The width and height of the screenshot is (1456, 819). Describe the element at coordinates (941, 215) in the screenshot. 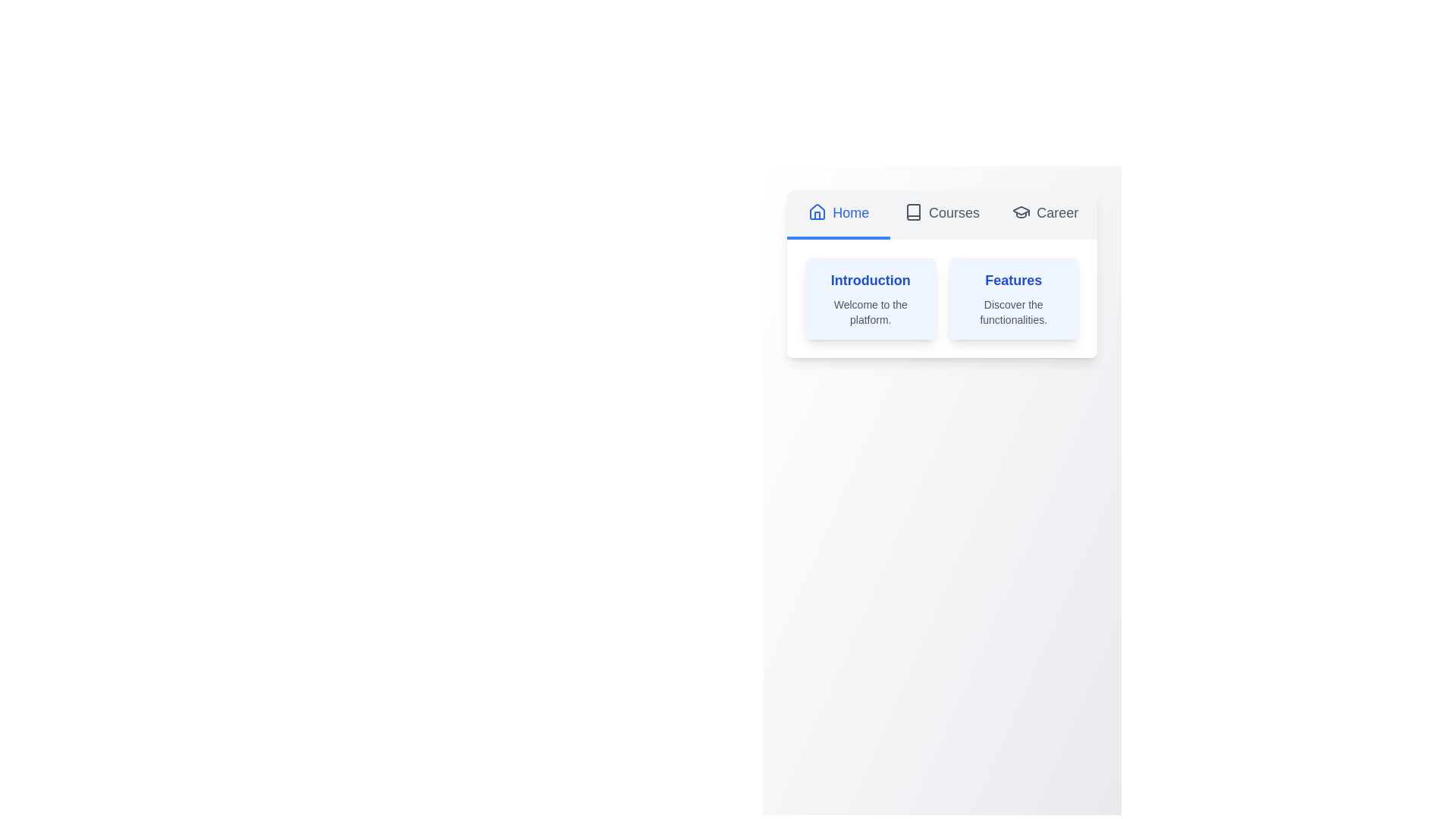

I see `the 'Courses' tab in the navigation bar` at that location.